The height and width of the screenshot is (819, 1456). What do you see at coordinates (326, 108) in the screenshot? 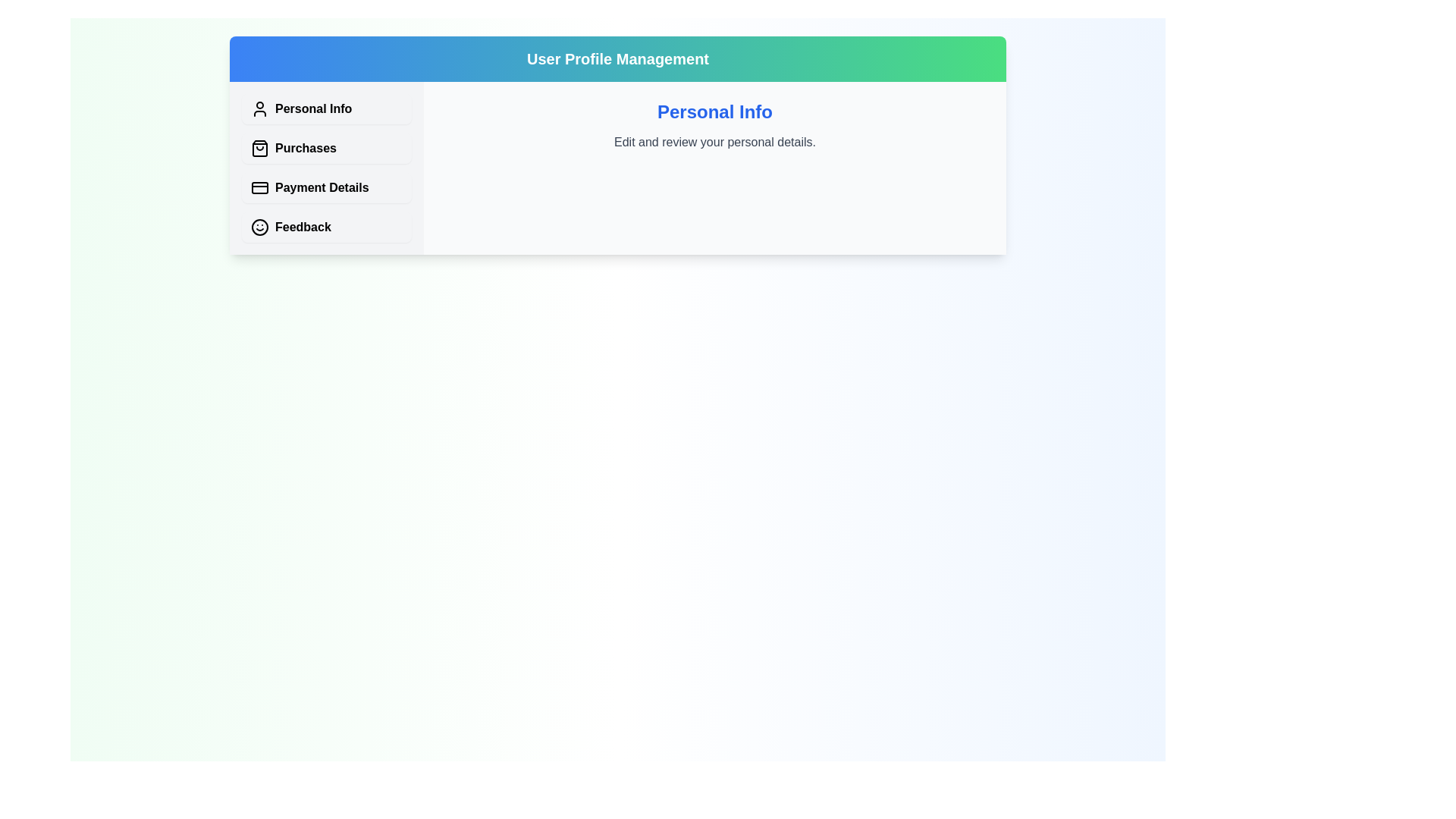
I see `the tab corresponding to Personal Info to view its content` at bounding box center [326, 108].